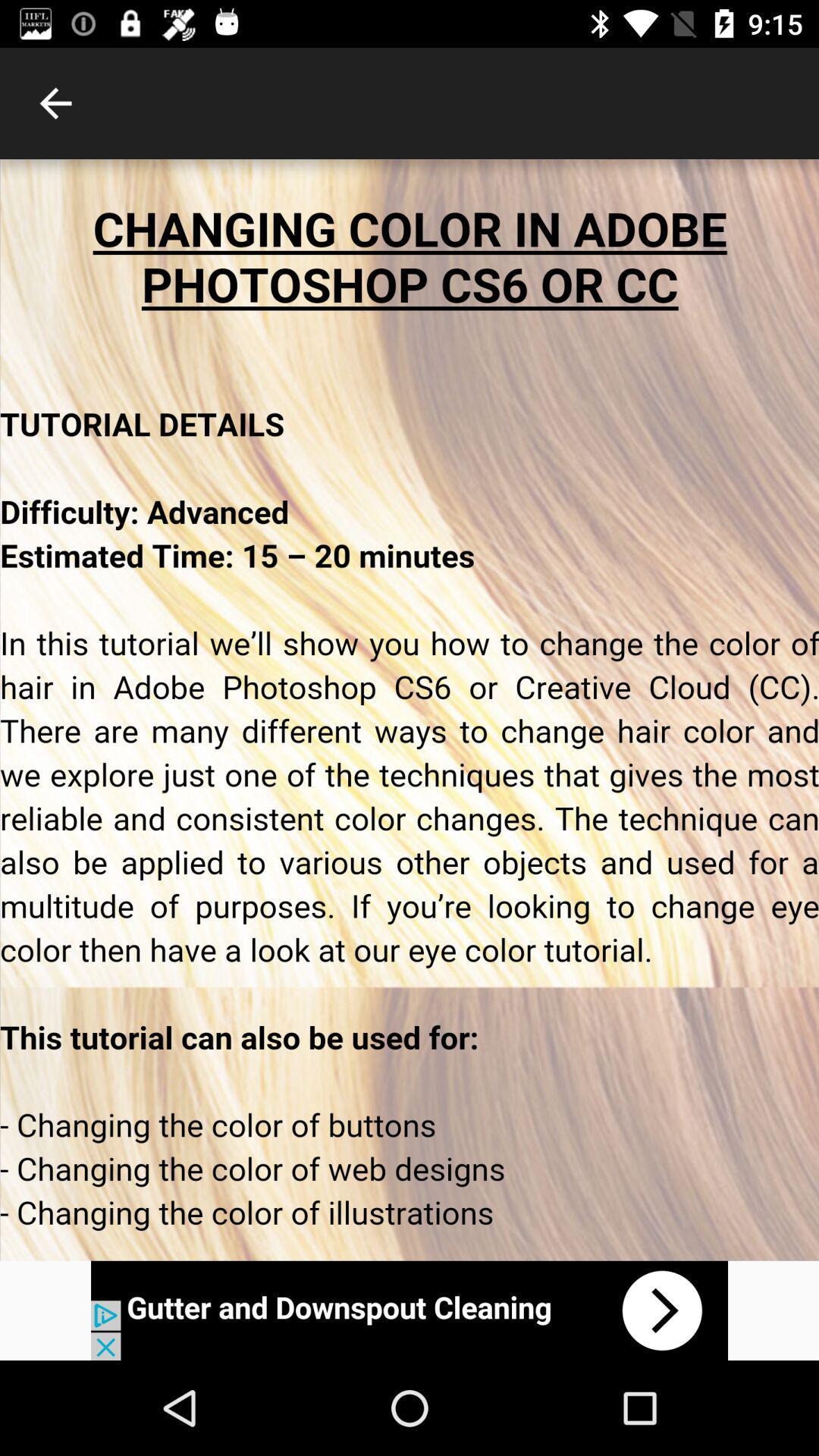  I want to click on show the advertisement, so click(409, 1310).